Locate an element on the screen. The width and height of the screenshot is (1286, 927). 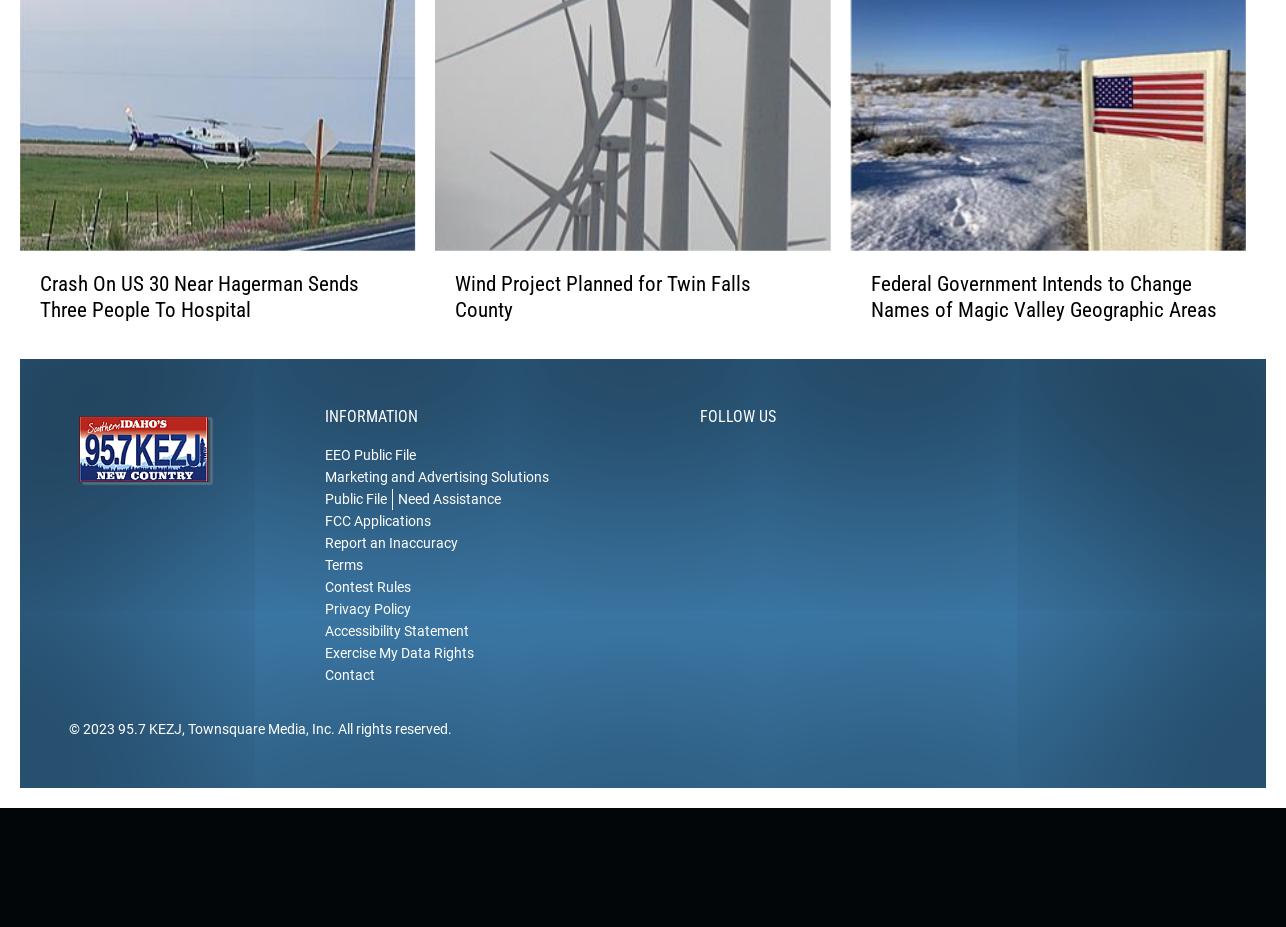
'FCC Applications' is located at coordinates (376, 552).